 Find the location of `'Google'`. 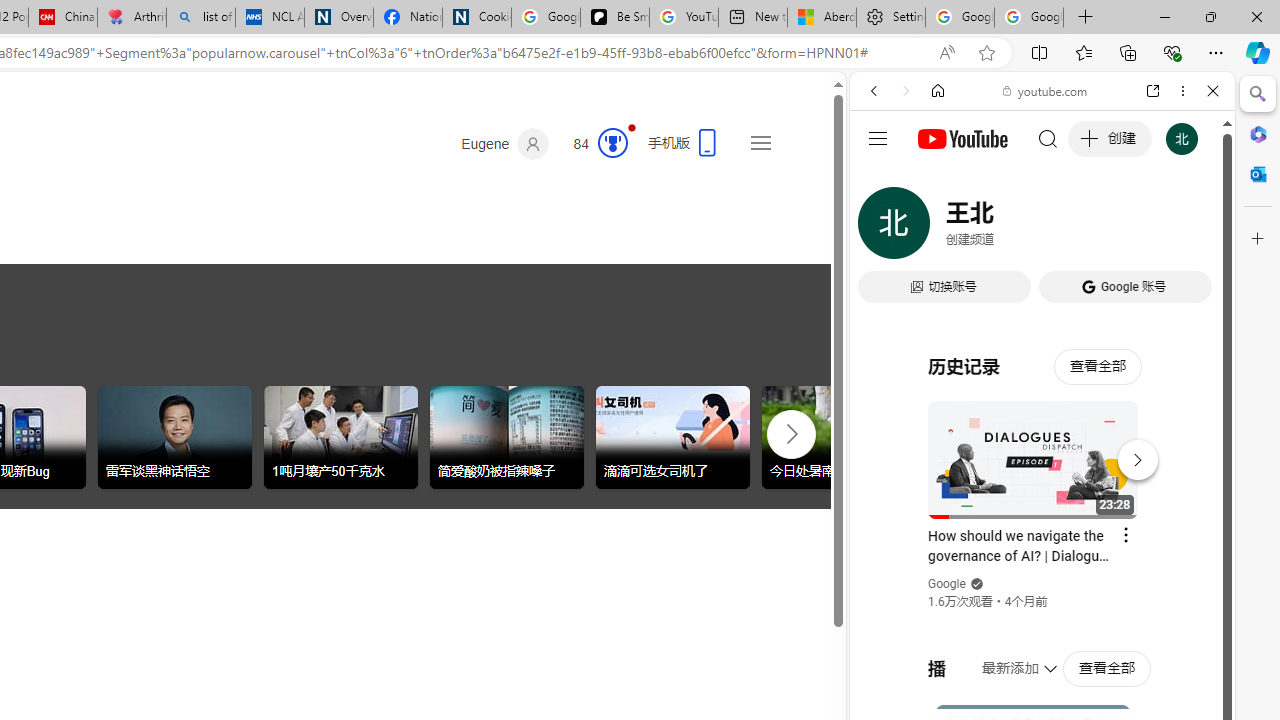

'Google' is located at coordinates (946, 584).